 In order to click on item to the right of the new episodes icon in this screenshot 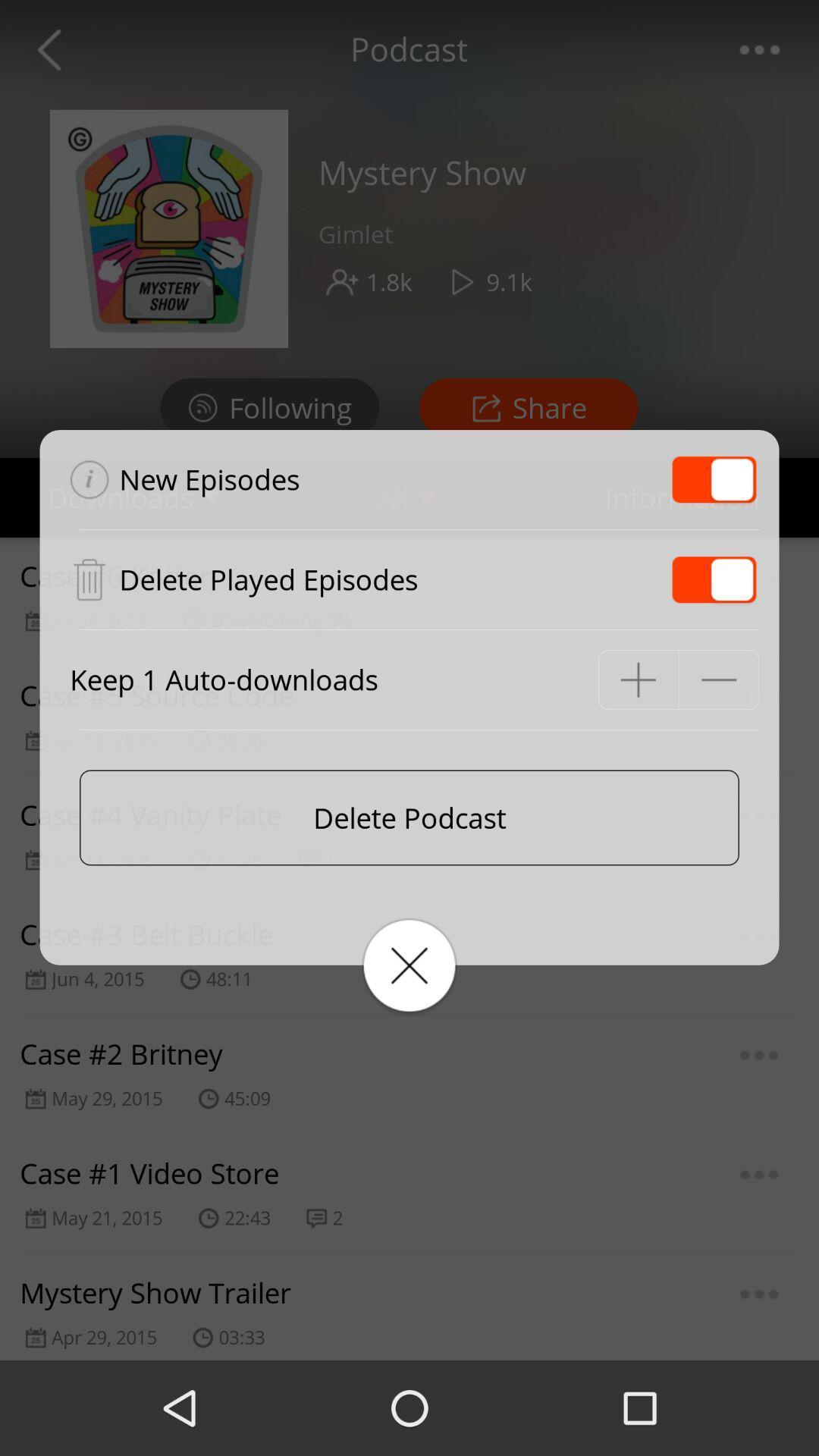, I will do `click(714, 479)`.